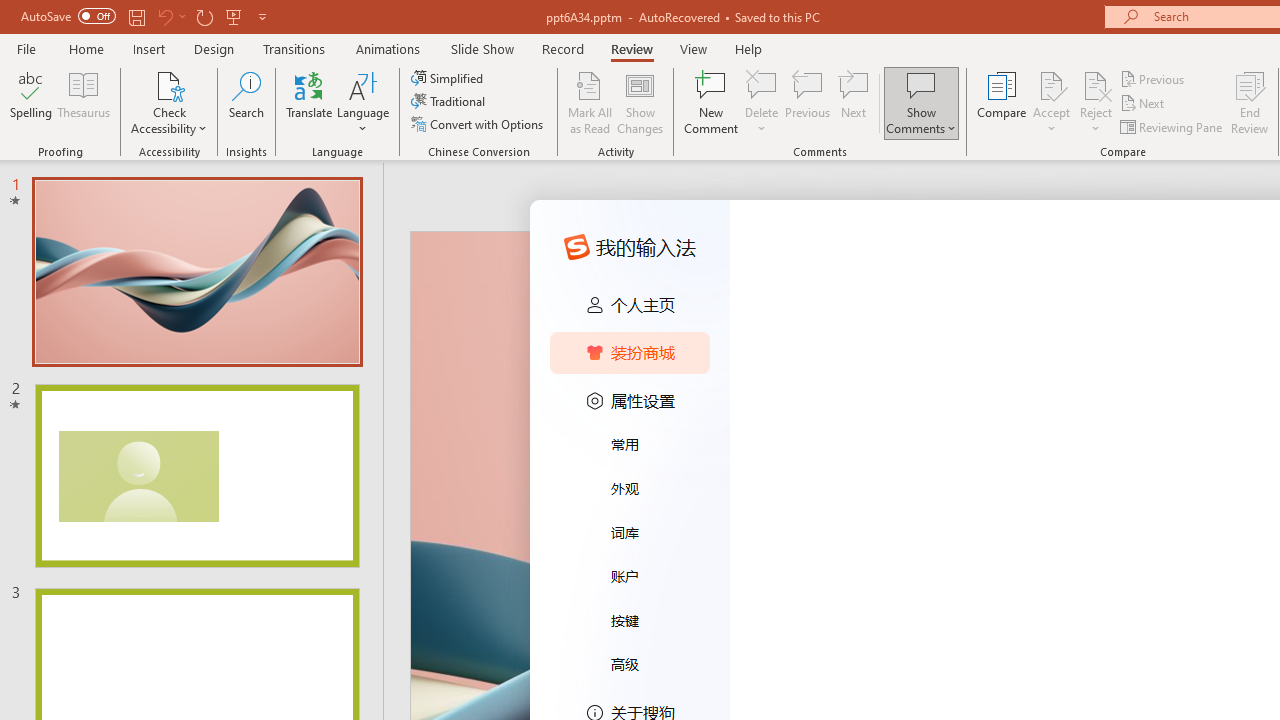 The image size is (1280, 720). What do you see at coordinates (1050, 84) in the screenshot?
I see `'Accept Change'` at bounding box center [1050, 84].